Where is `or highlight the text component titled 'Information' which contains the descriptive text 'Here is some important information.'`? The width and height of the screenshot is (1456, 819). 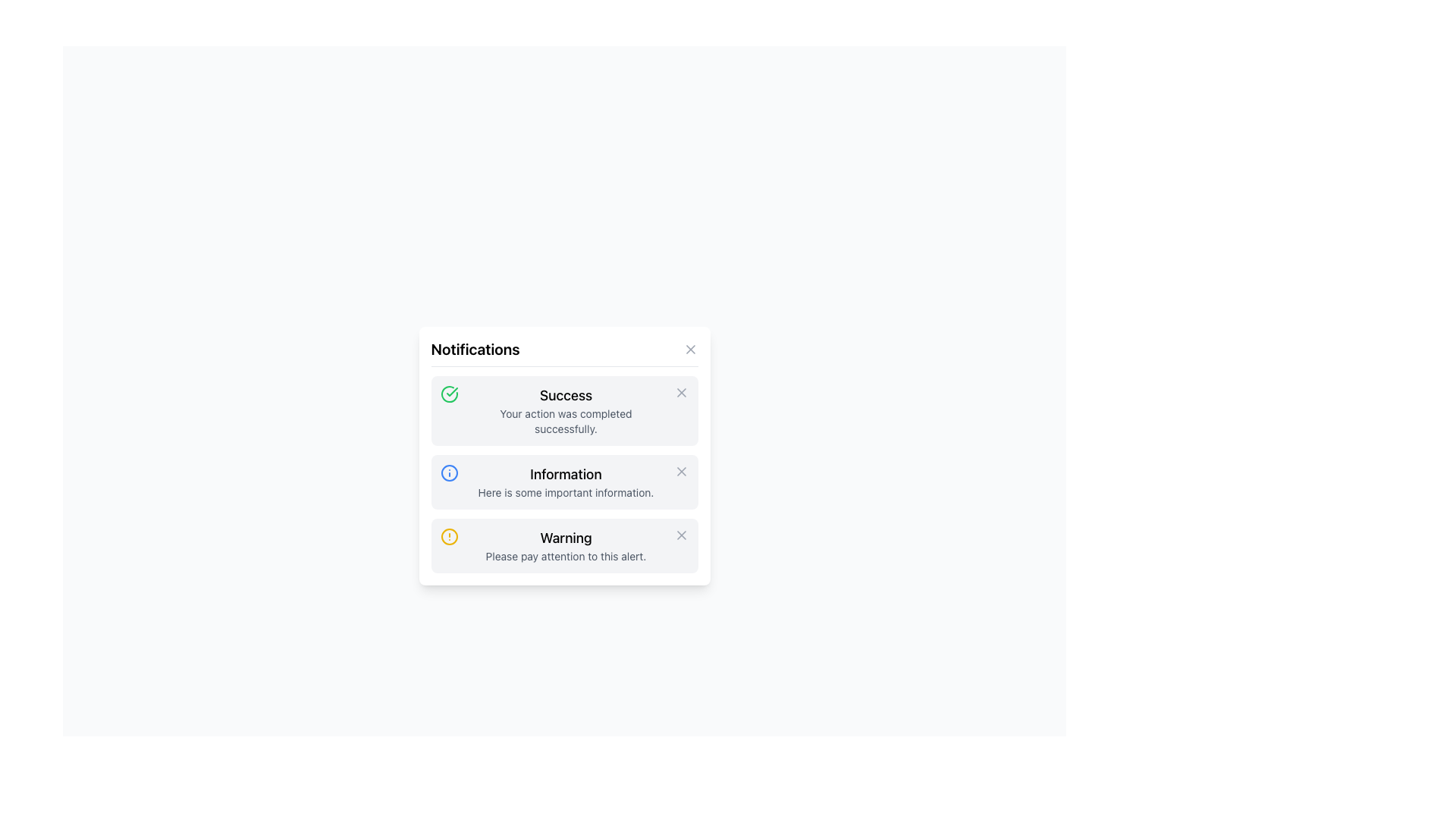
or highlight the text component titled 'Information' which contains the descriptive text 'Here is some important information.' is located at coordinates (565, 482).